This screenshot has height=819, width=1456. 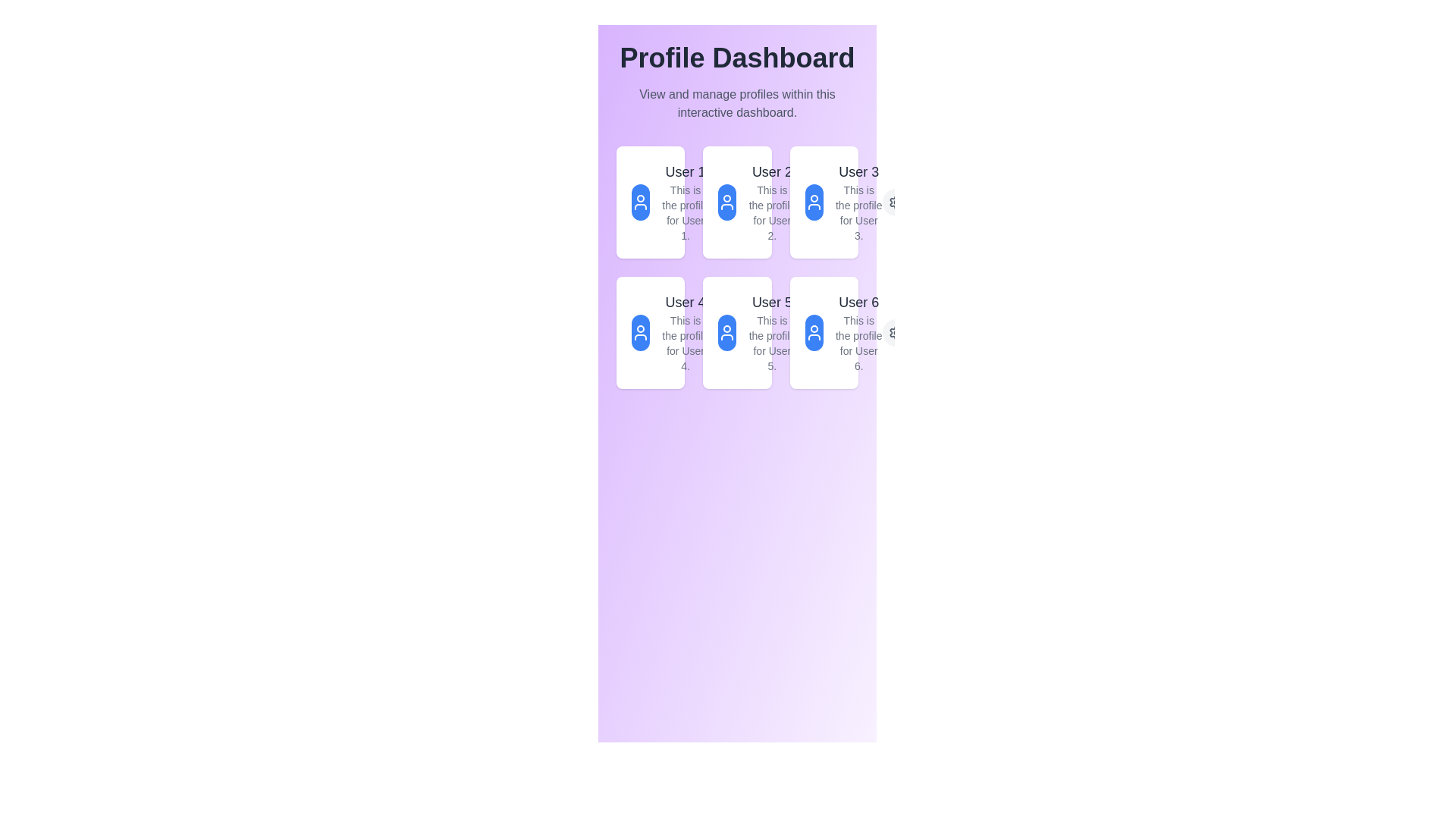 I want to click on the circular blue button with a white user icon representing User 2's avatar, located in the second card of the top row, for drag-and-drop functionality, so click(x=726, y=201).